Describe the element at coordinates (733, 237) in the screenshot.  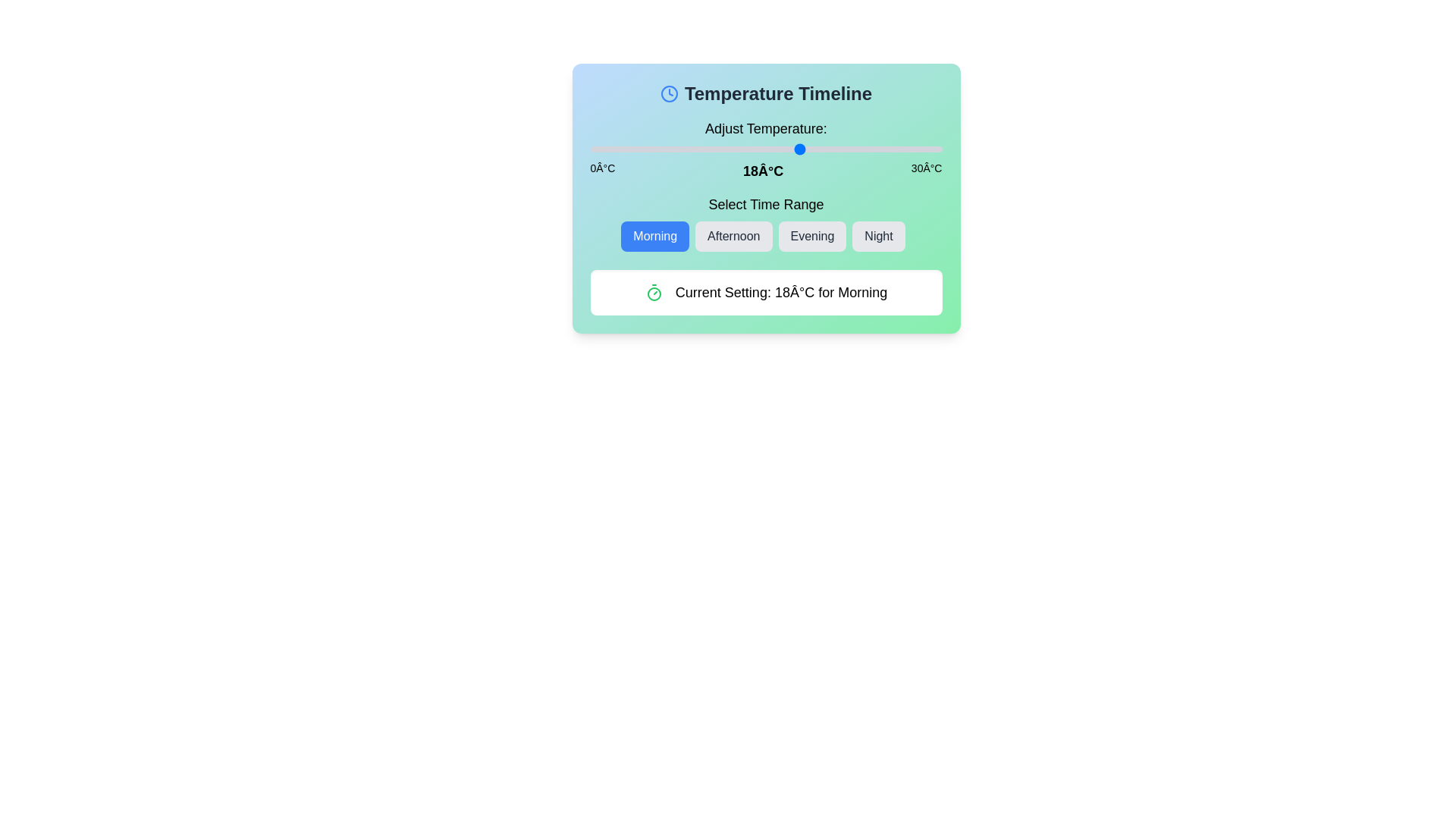
I see `the 'Afternoon' button to select the corresponding time range` at that location.